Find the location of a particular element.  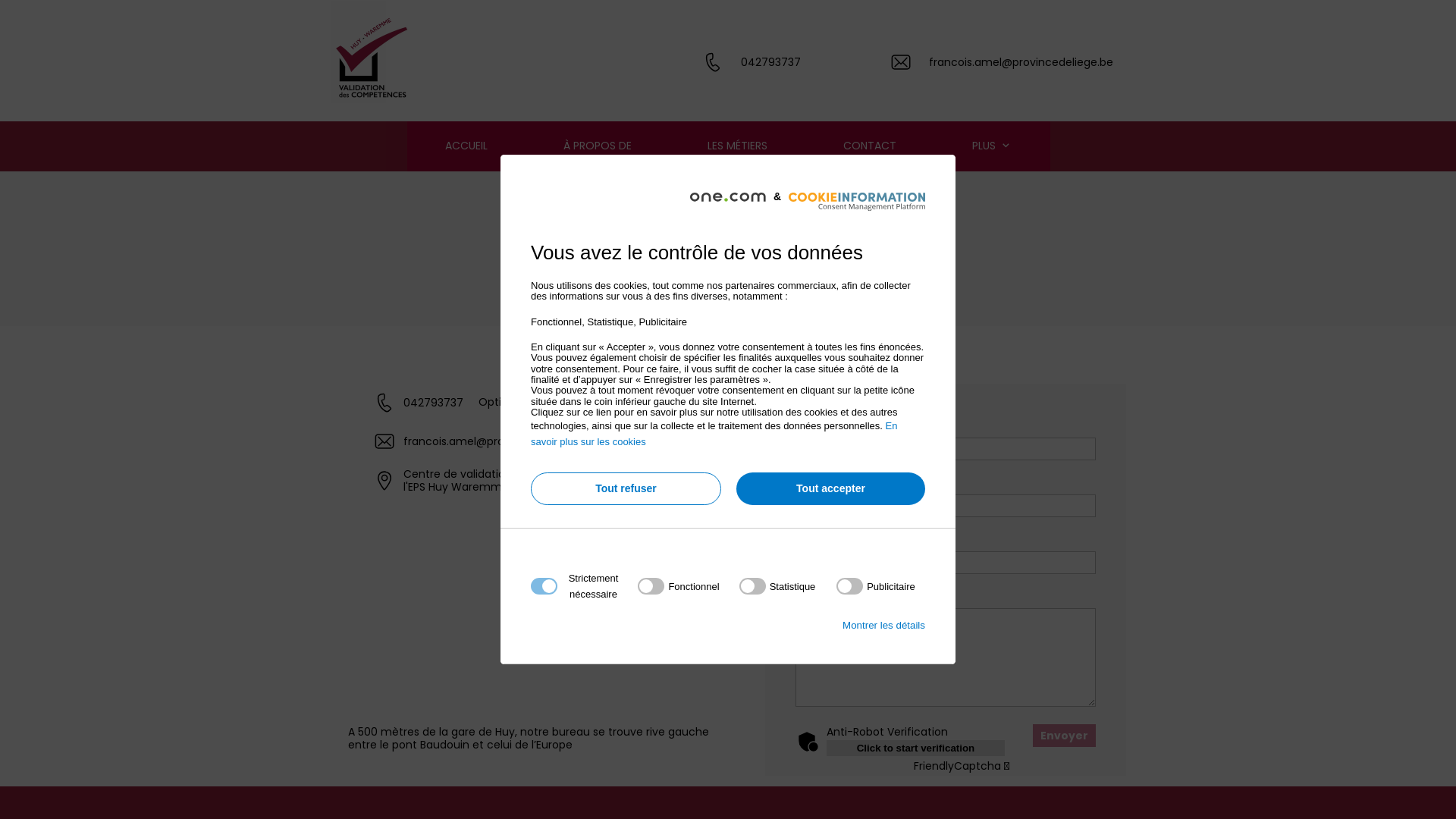

'Envoyer' is located at coordinates (1063, 734).